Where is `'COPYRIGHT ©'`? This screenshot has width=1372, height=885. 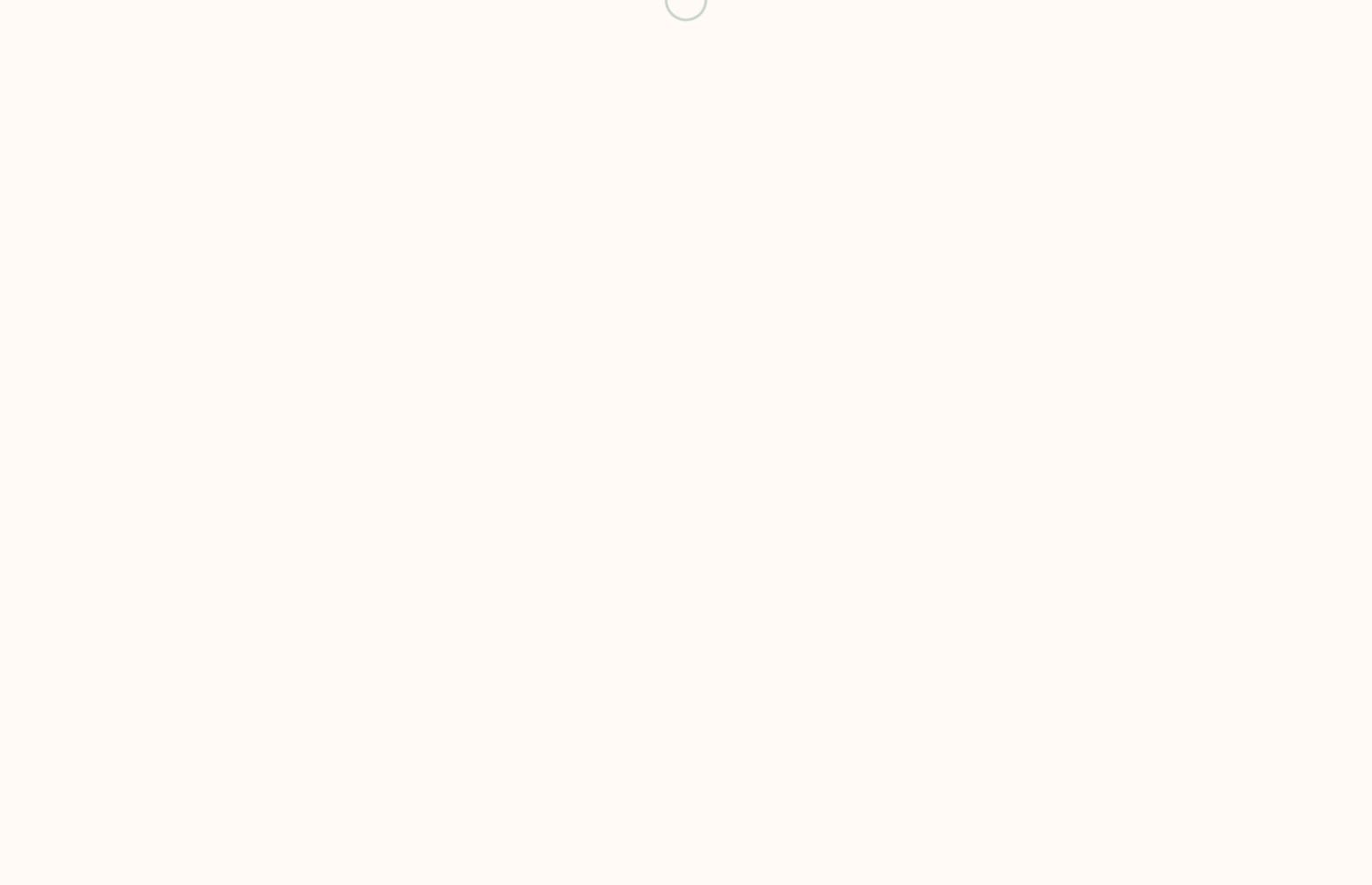 'COPYRIGHT ©' is located at coordinates (577, 276).